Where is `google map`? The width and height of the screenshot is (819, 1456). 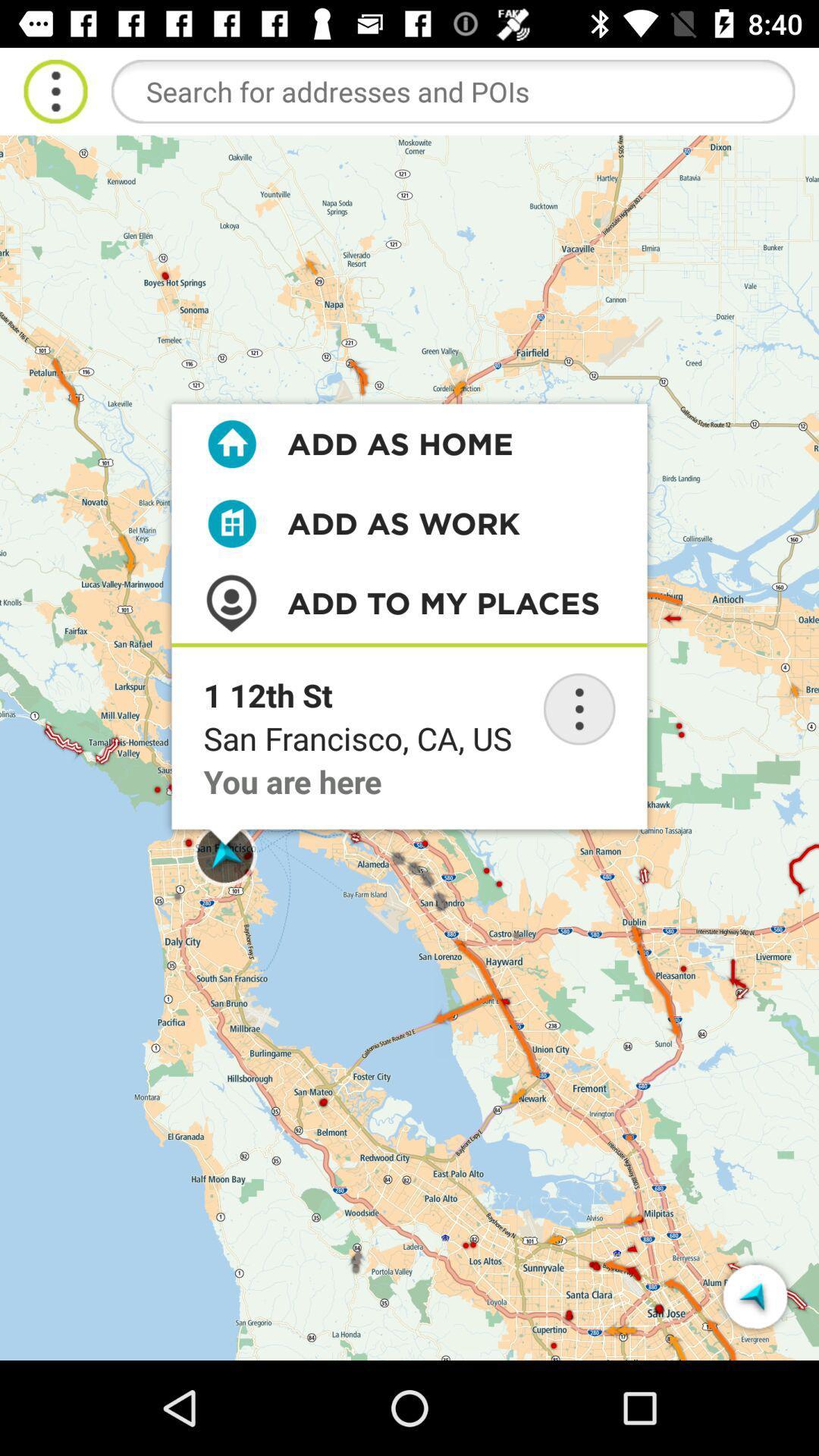
google map is located at coordinates (452, 90).